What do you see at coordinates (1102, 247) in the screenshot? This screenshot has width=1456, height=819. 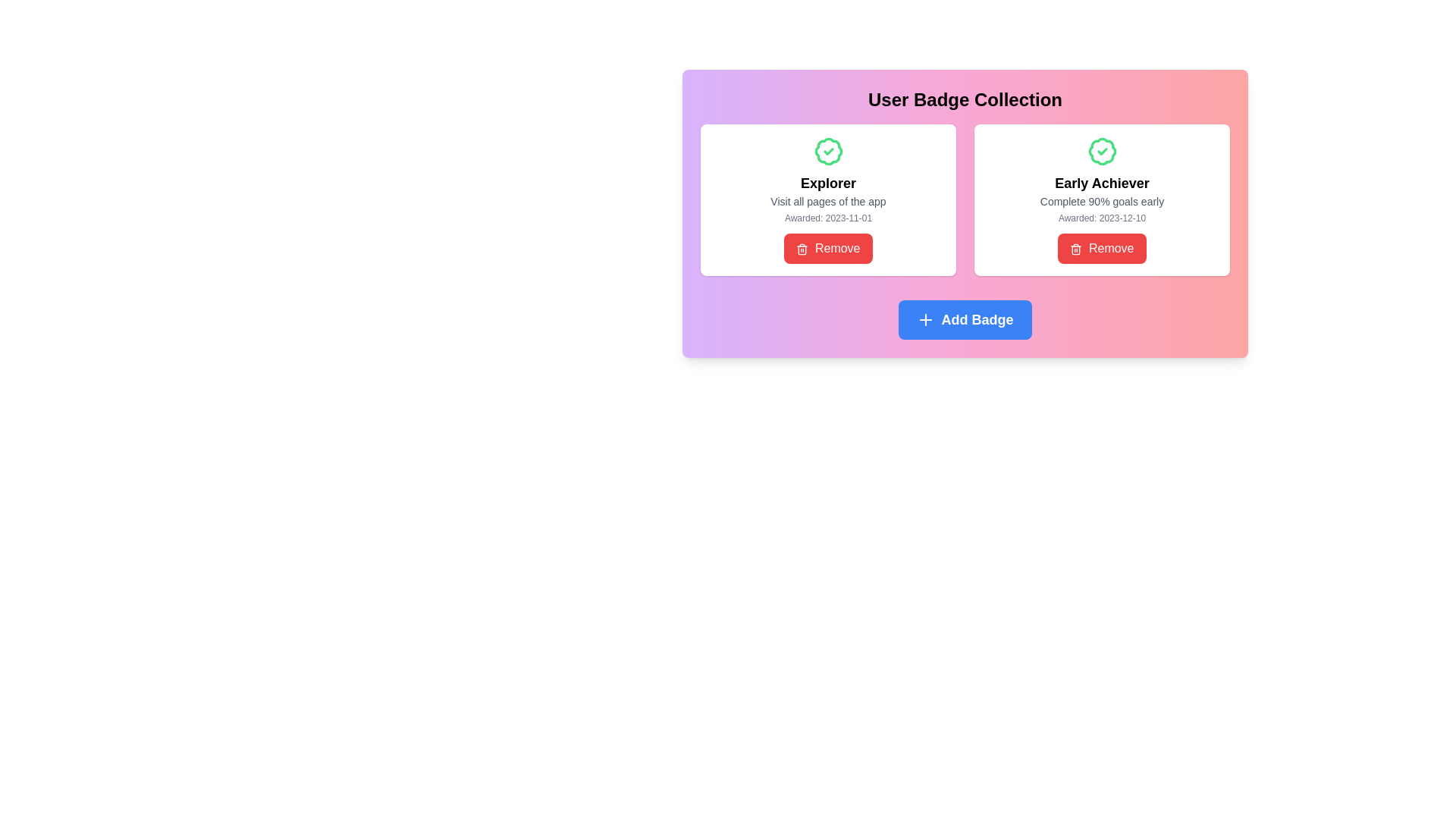 I see `the button located at the bottom part of the 'Early Achiever' badge card` at bounding box center [1102, 247].